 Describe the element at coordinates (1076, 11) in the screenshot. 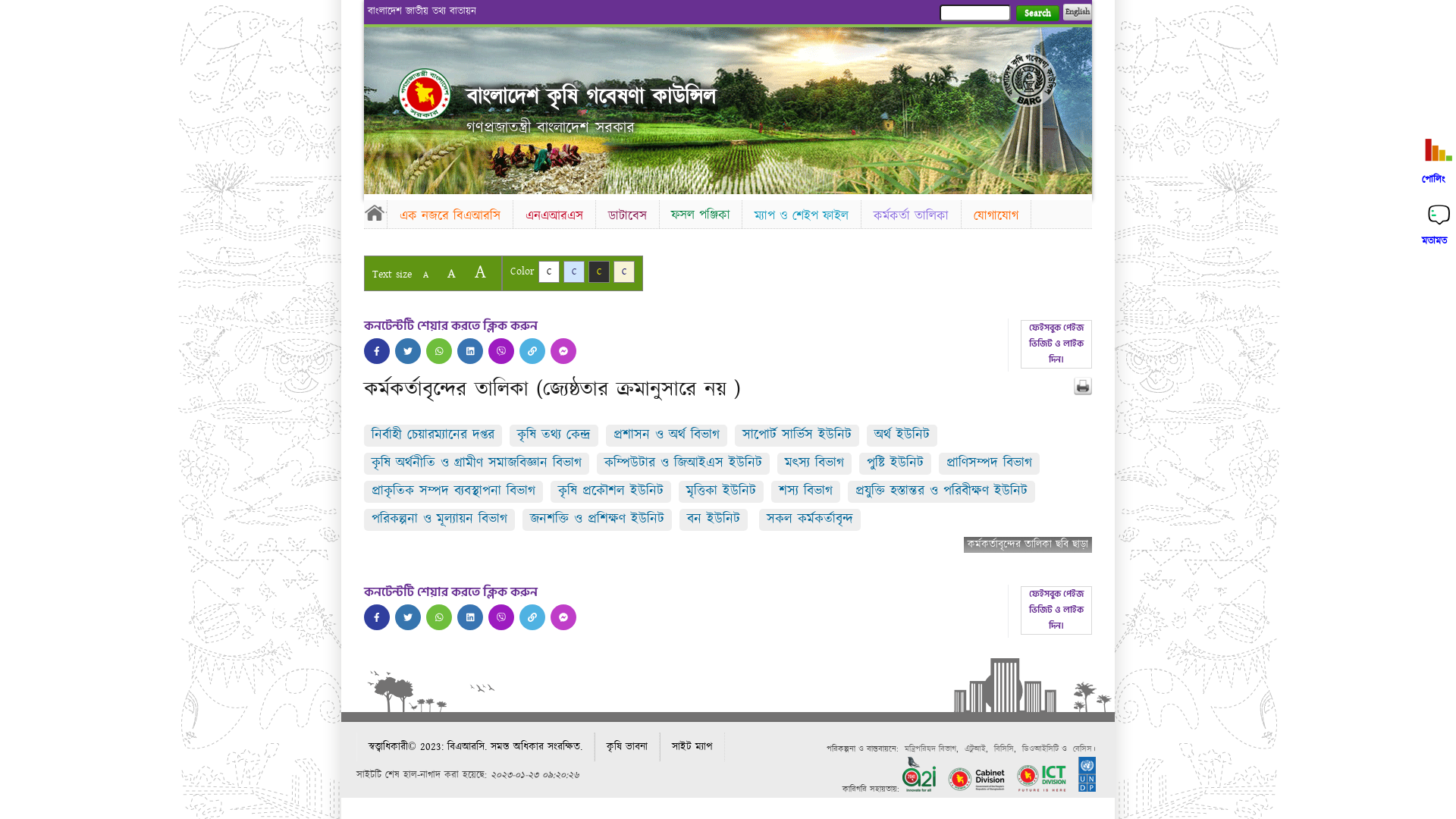

I see `'English'` at that location.